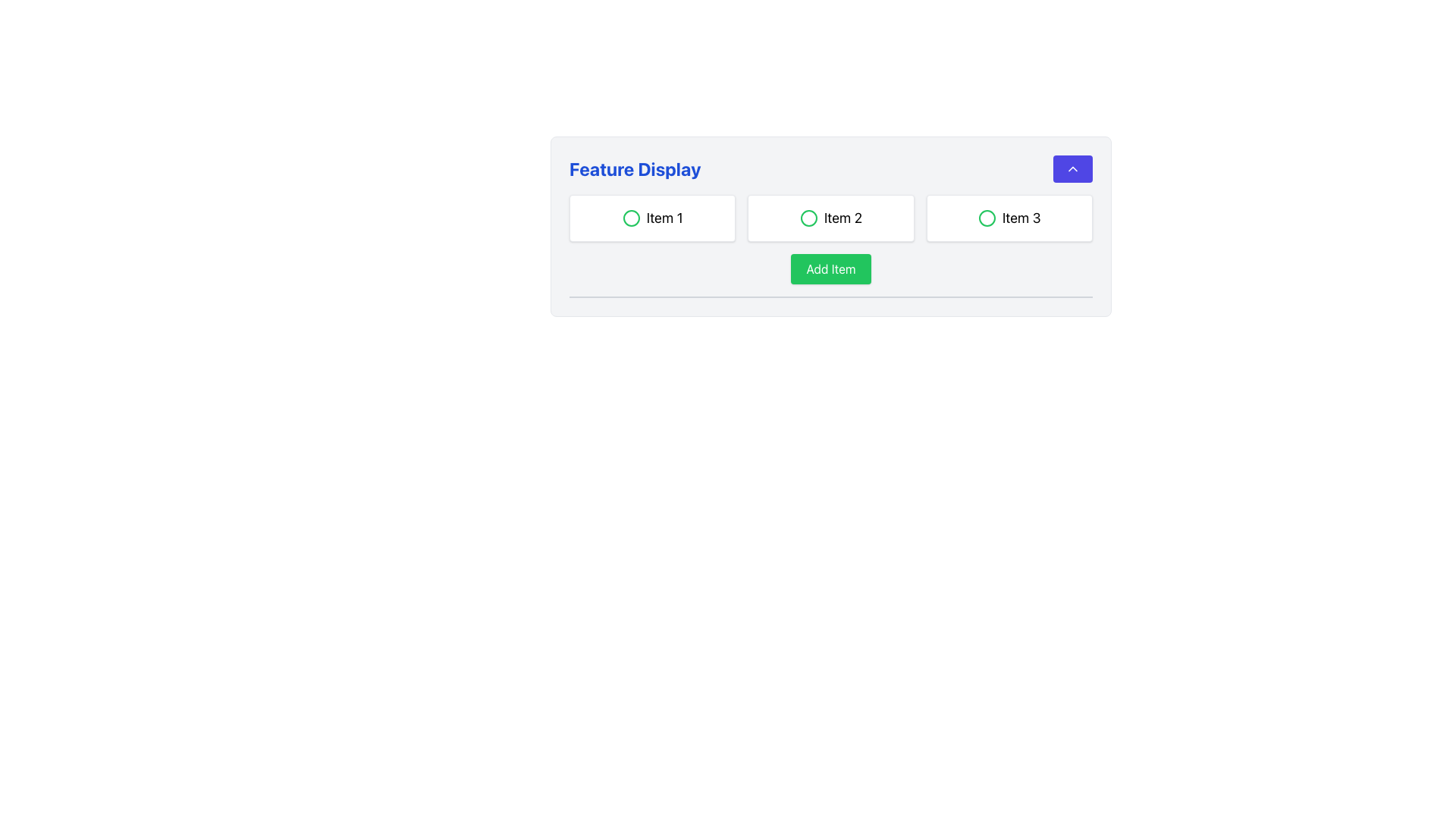  What do you see at coordinates (808, 218) in the screenshot?
I see `the green status indicator icon located to the left of the text in the second box labeled 'Item 2'` at bounding box center [808, 218].